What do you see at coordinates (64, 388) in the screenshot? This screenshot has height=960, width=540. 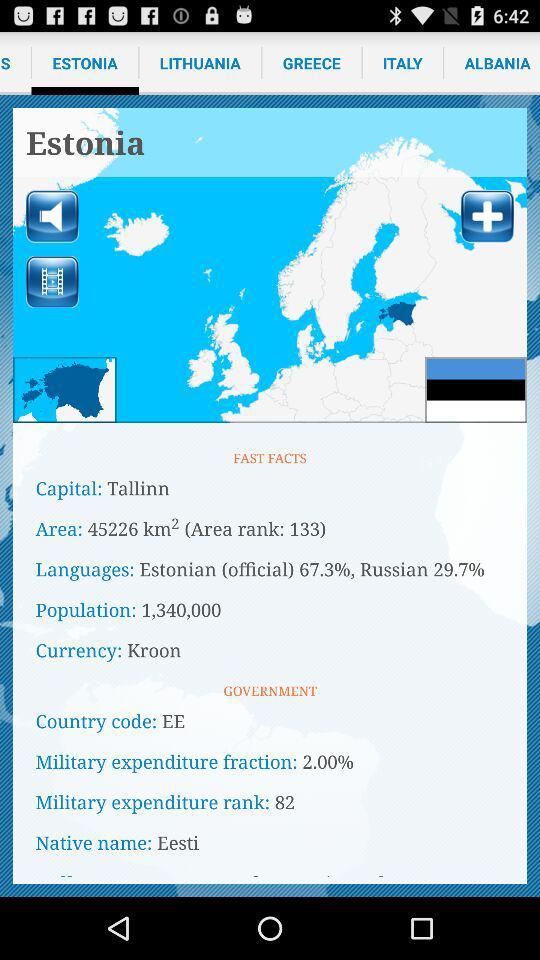 I see `area button` at bounding box center [64, 388].